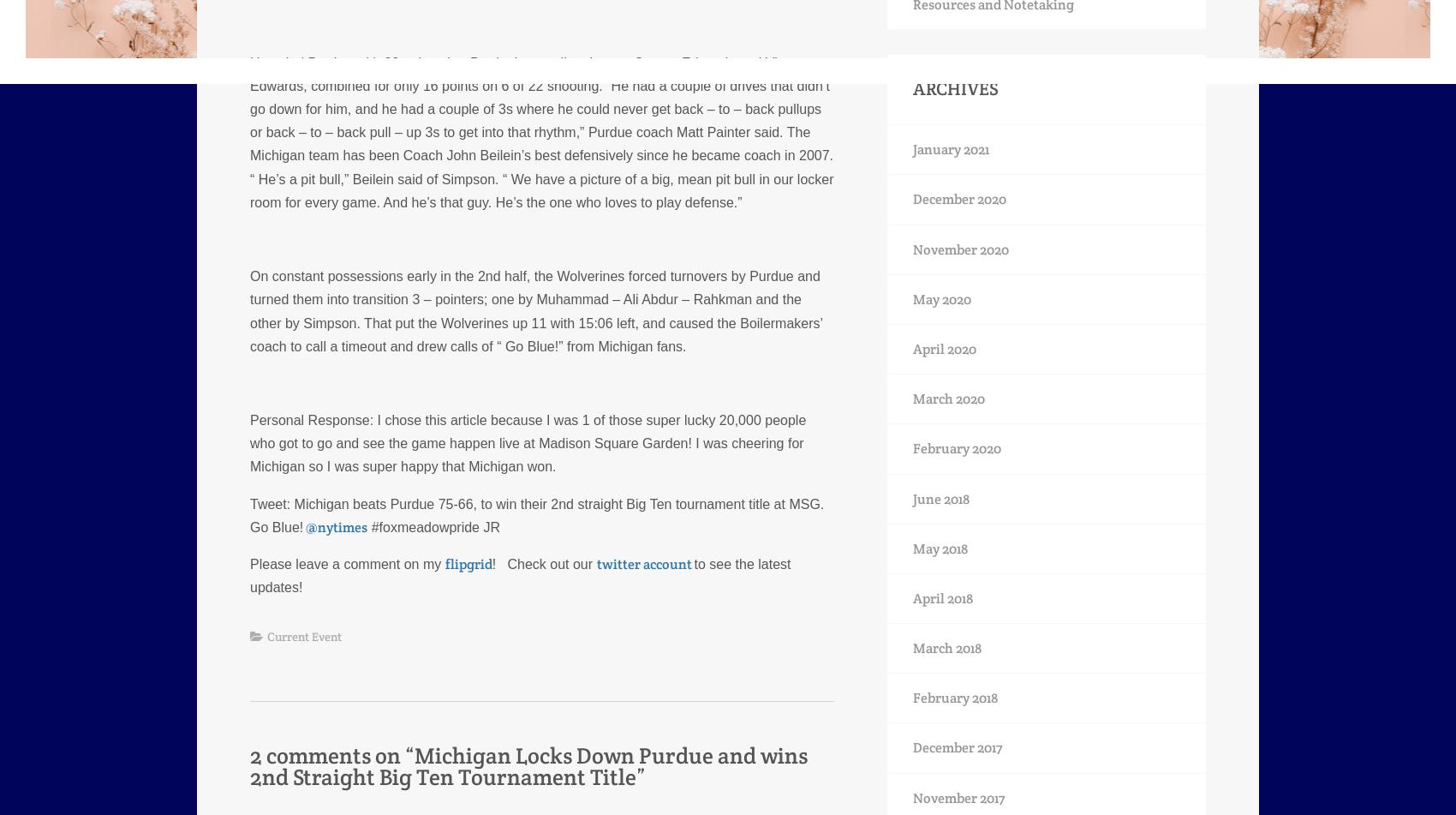 This screenshot has height=815, width=1456. I want to click on 'February 2018', so click(956, 697).